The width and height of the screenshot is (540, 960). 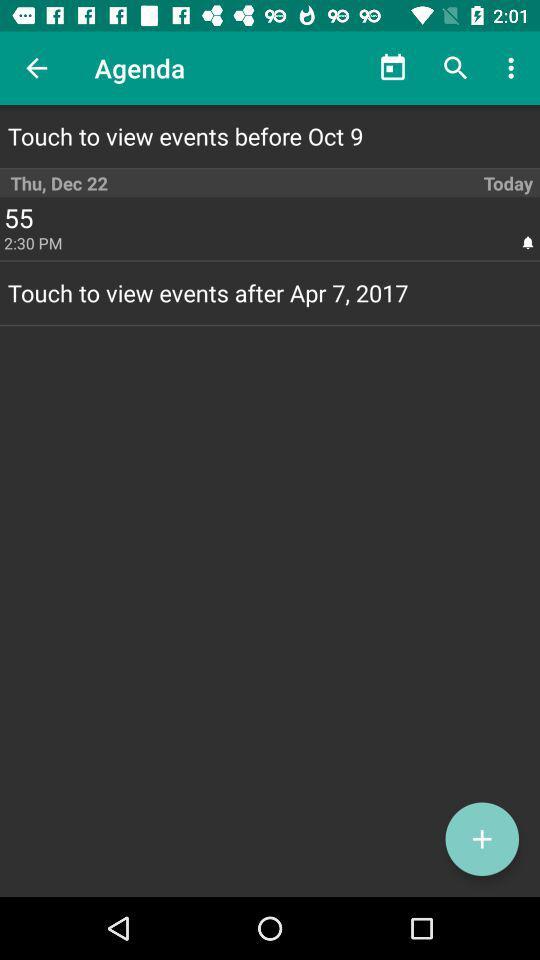 What do you see at coordinates (481, 839) in the screenshot?
I see `new agenda` at bounding box center [481, 839].